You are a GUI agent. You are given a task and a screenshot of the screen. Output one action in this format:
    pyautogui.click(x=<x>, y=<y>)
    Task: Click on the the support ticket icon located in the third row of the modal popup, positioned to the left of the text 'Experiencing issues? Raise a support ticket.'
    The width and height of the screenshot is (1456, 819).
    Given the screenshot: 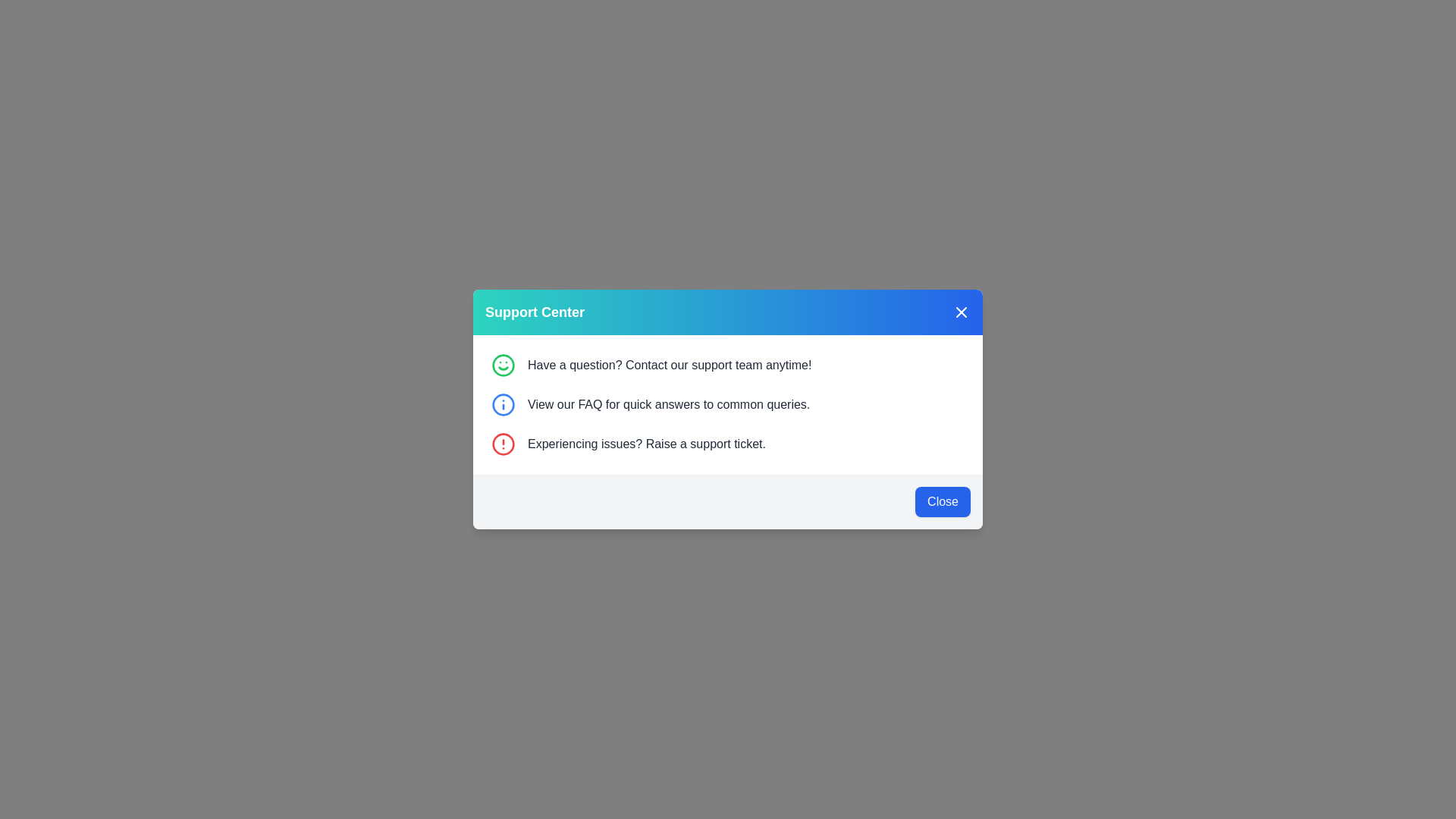 What is the action you would take?
    pyautogui.click(x=503, y=444)
    